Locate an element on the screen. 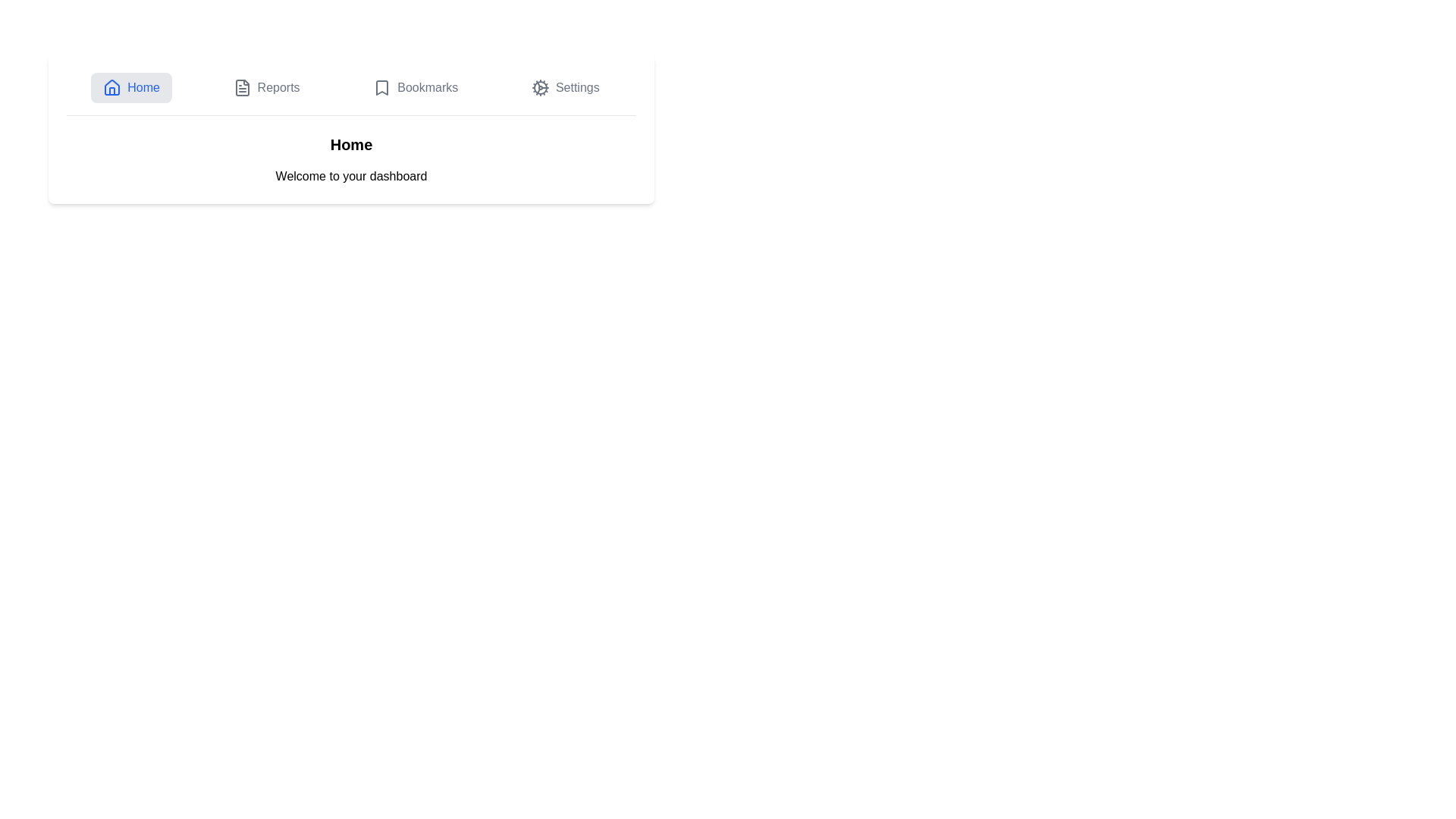  bolded title text labeled 'Home' located prominently at the top of the main content area is located at coordinates (350, 145).